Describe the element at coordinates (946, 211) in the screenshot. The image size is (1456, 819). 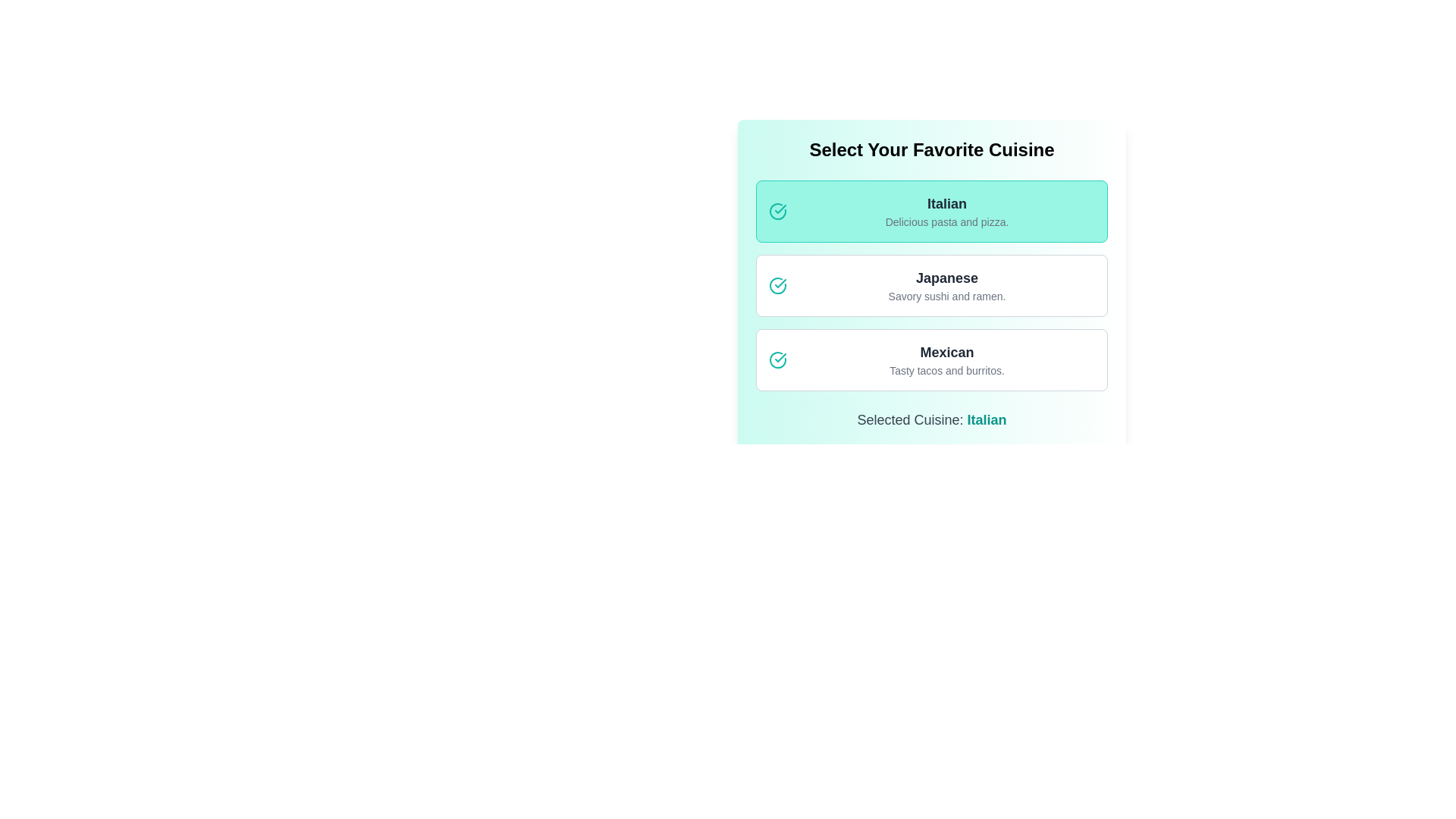
I see `to select the cuisine type displayed as 'Italian' in bold text at the top of the list of selectable choices` at that location.